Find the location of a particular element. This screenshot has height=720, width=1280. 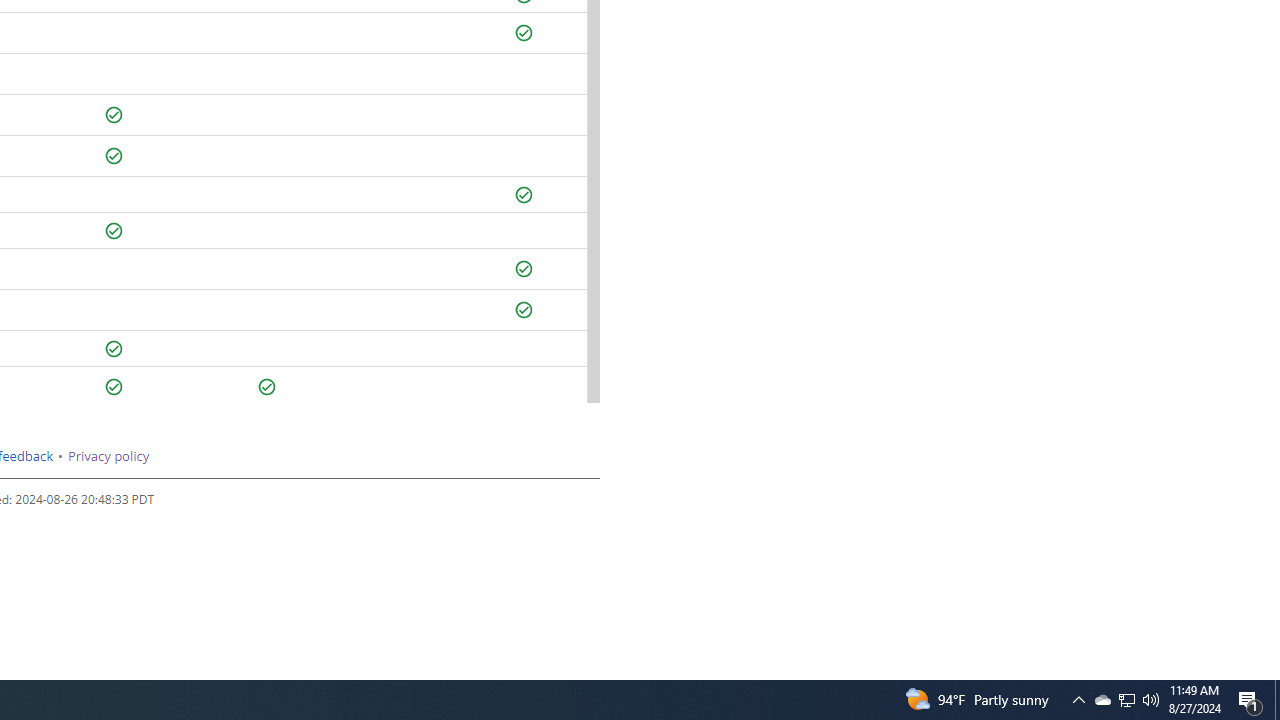

'Privacy policy' is located at coordinates (107, 456).